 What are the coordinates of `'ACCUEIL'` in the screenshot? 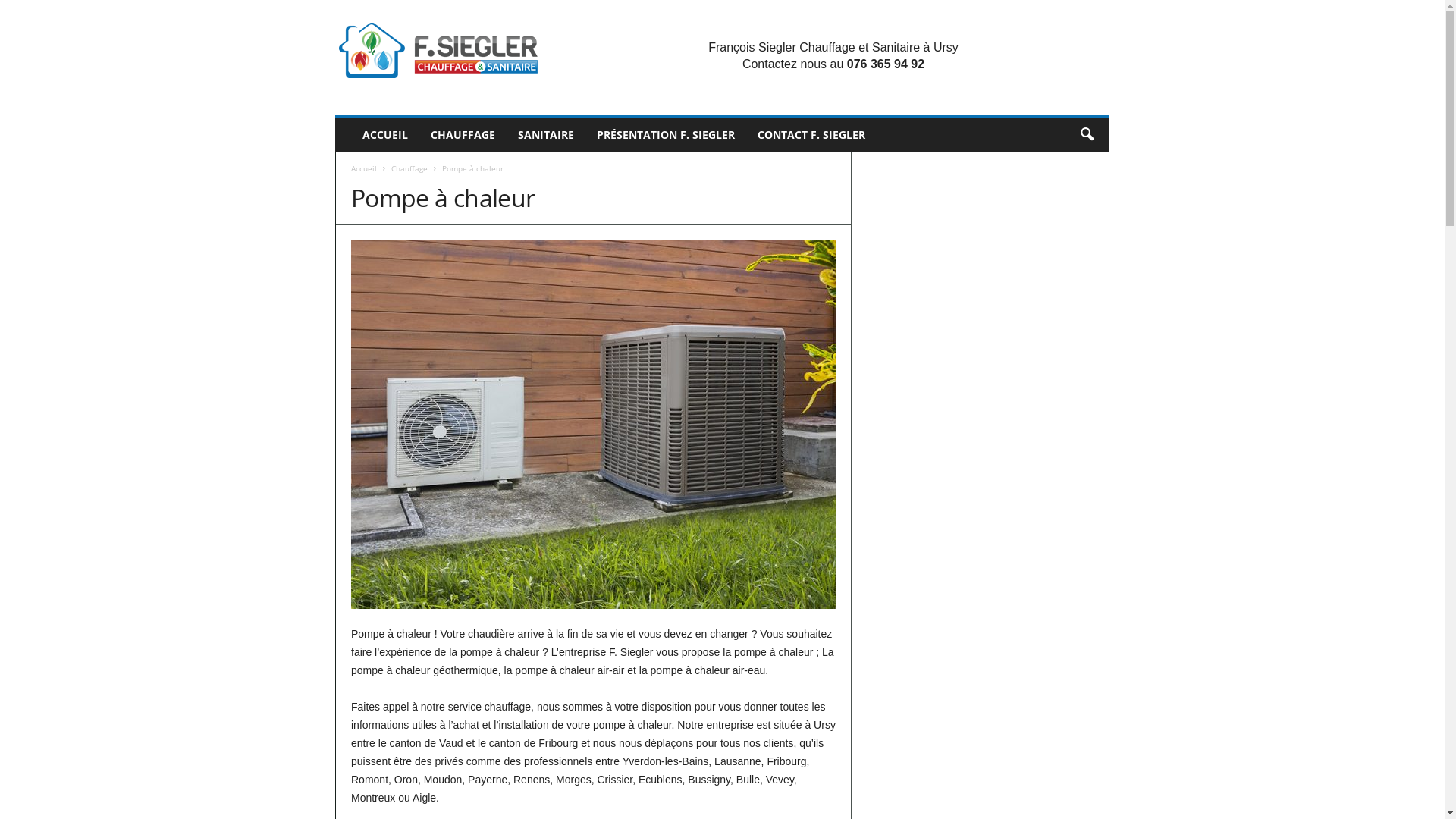 It's located at (385, 133).